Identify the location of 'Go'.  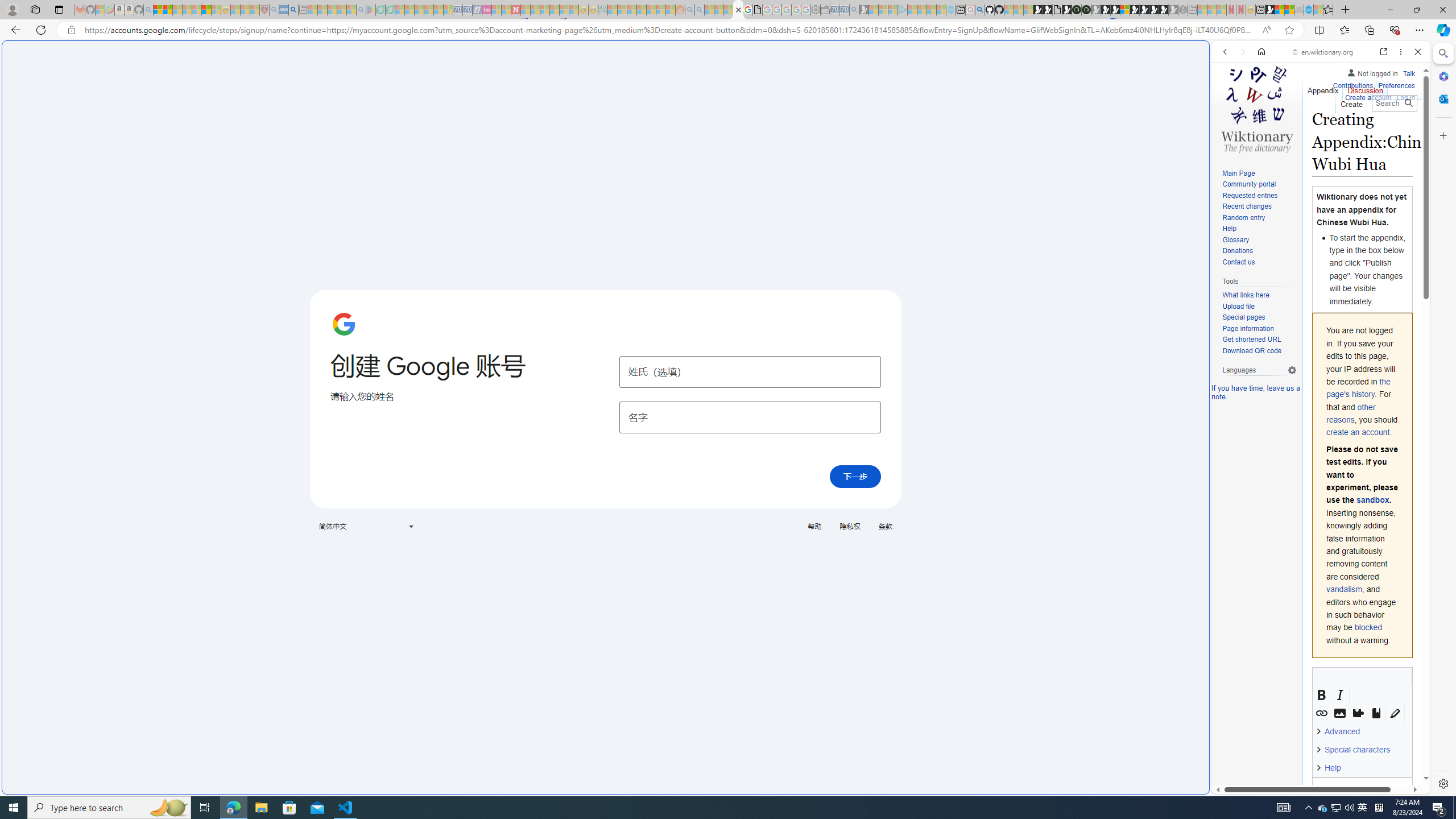
(1408, 102).